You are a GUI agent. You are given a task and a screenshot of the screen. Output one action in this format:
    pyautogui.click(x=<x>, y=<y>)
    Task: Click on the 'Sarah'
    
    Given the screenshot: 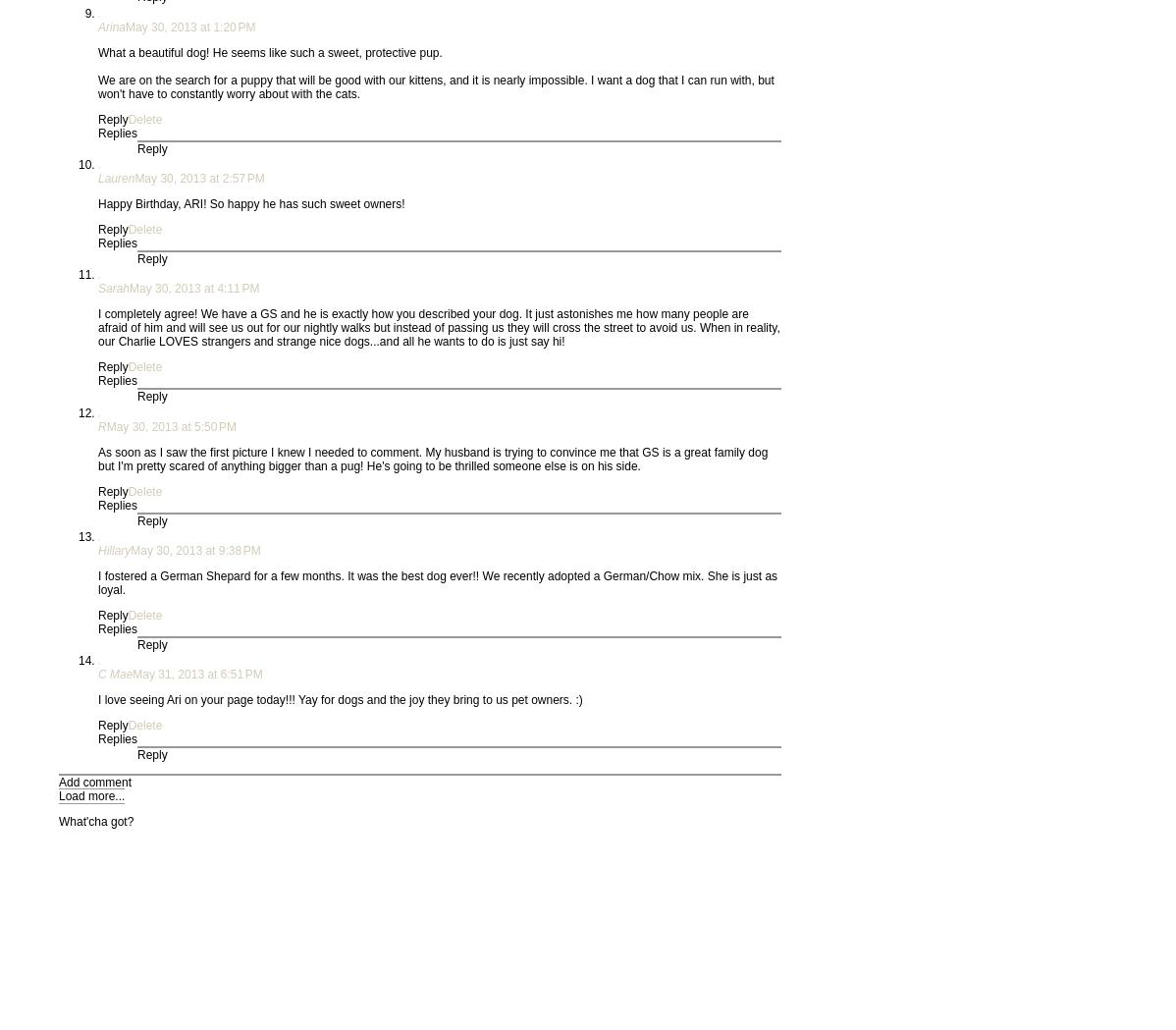 What is the action you would take?
    pyautogui.click(x=98, y=289)
    